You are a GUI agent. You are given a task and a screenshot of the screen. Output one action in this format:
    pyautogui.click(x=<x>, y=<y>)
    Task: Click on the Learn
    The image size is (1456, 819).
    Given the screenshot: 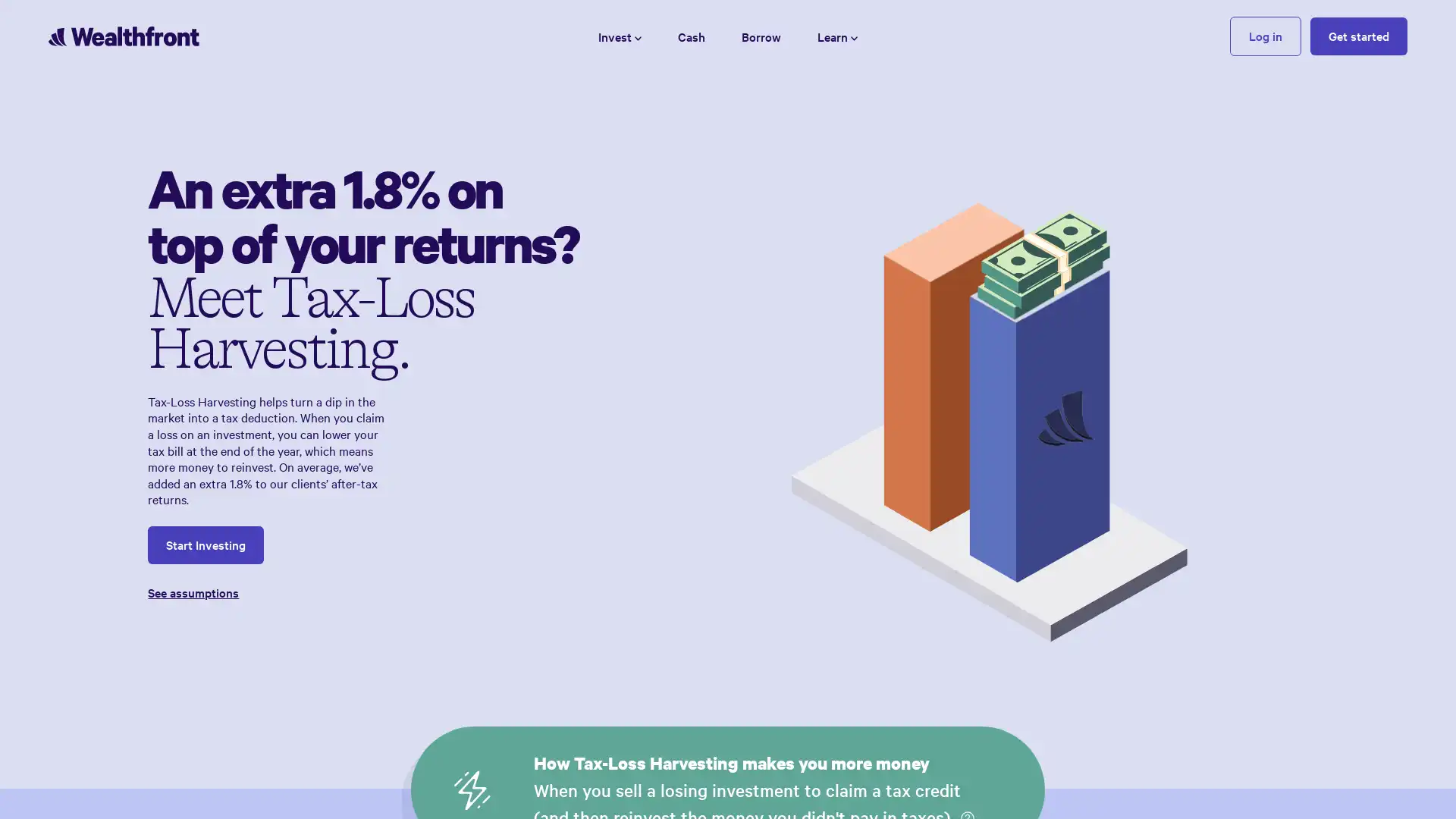 What is the action you would take?
    pyautogui.click(x=836, y=35)
    